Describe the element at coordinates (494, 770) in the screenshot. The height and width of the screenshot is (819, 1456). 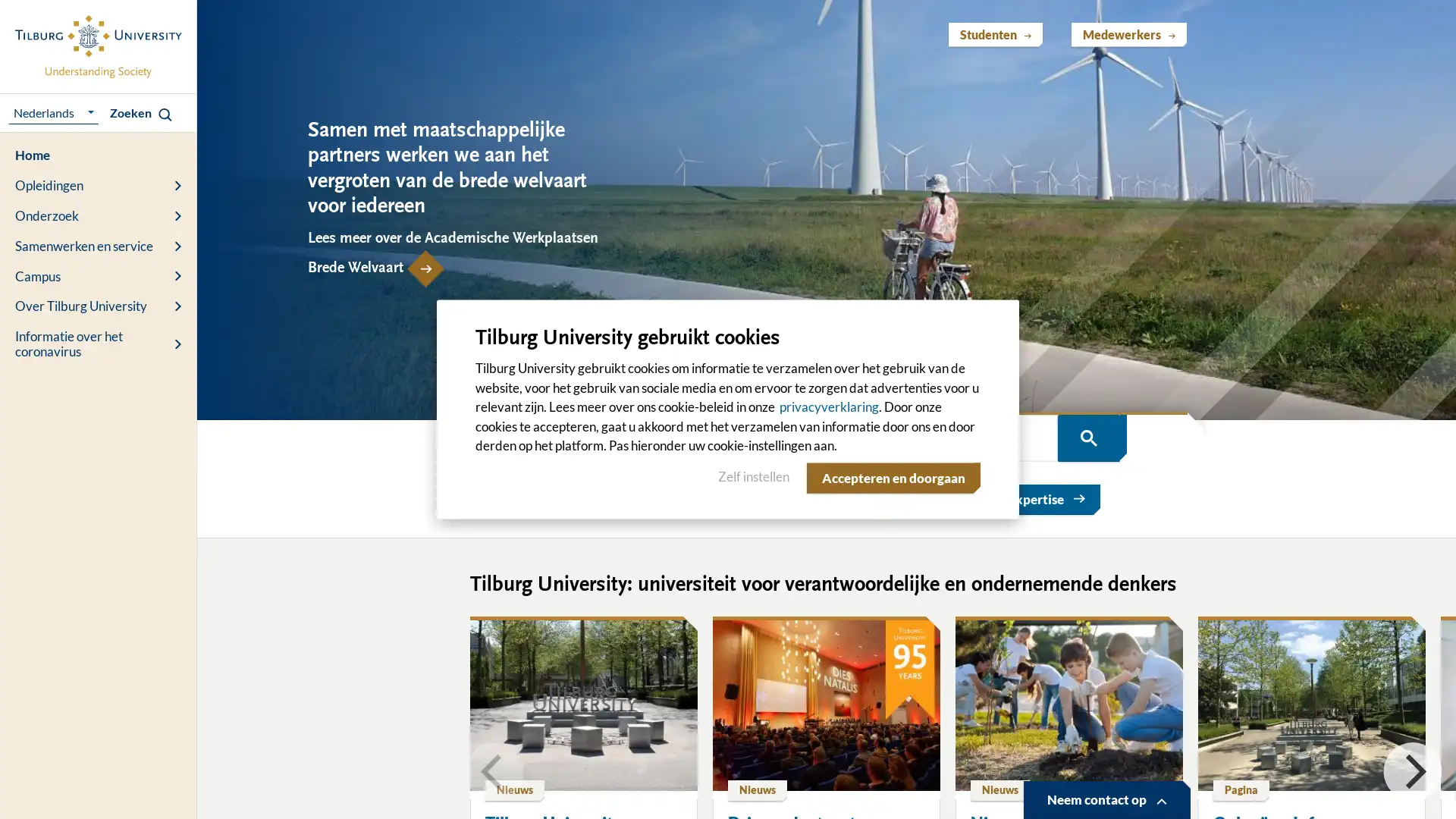
I see `previous` at that location.